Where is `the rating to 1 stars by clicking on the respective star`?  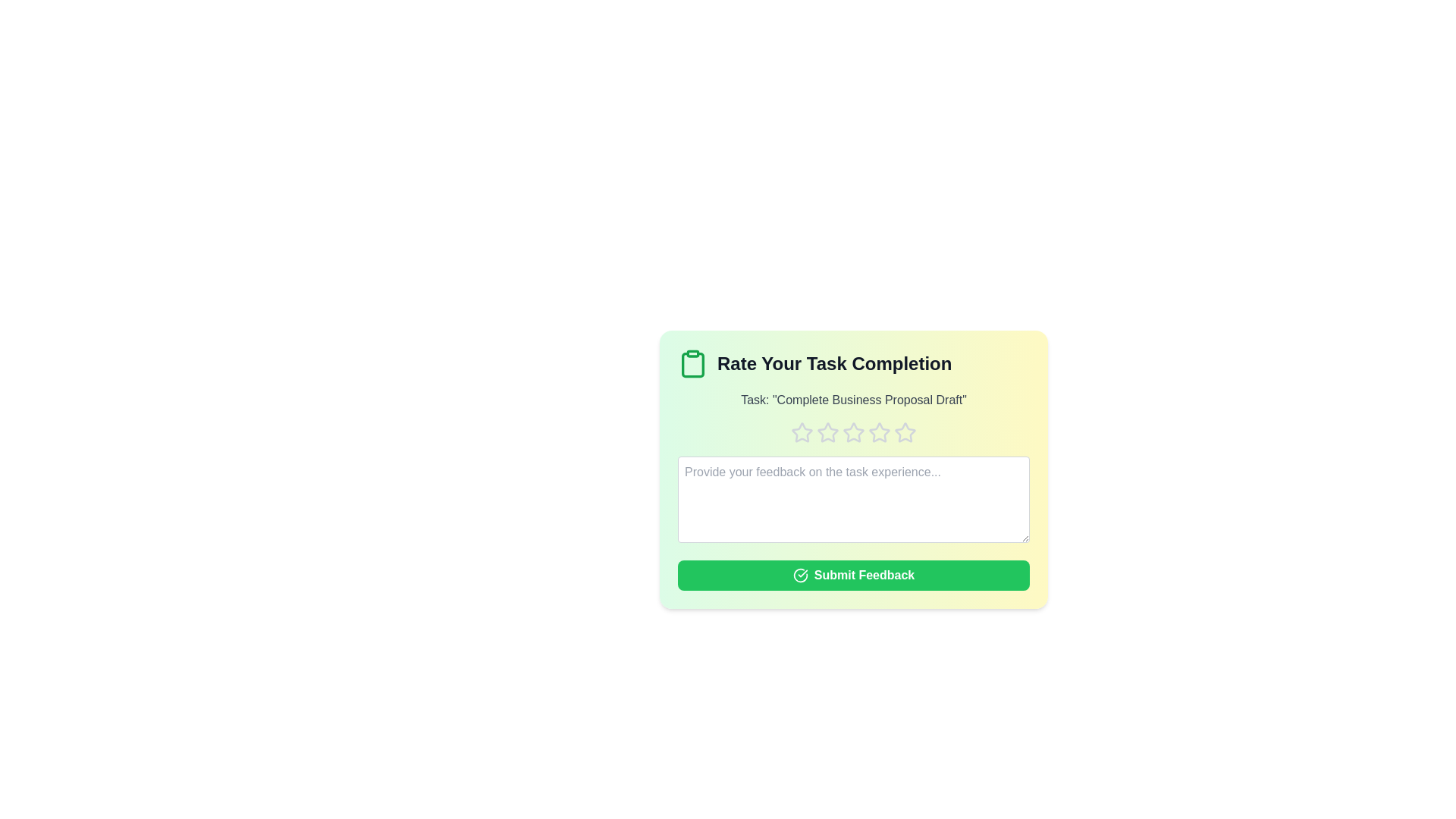
the rating to 1 stars by clicking on the respective star is located at coordinates (801, 432).